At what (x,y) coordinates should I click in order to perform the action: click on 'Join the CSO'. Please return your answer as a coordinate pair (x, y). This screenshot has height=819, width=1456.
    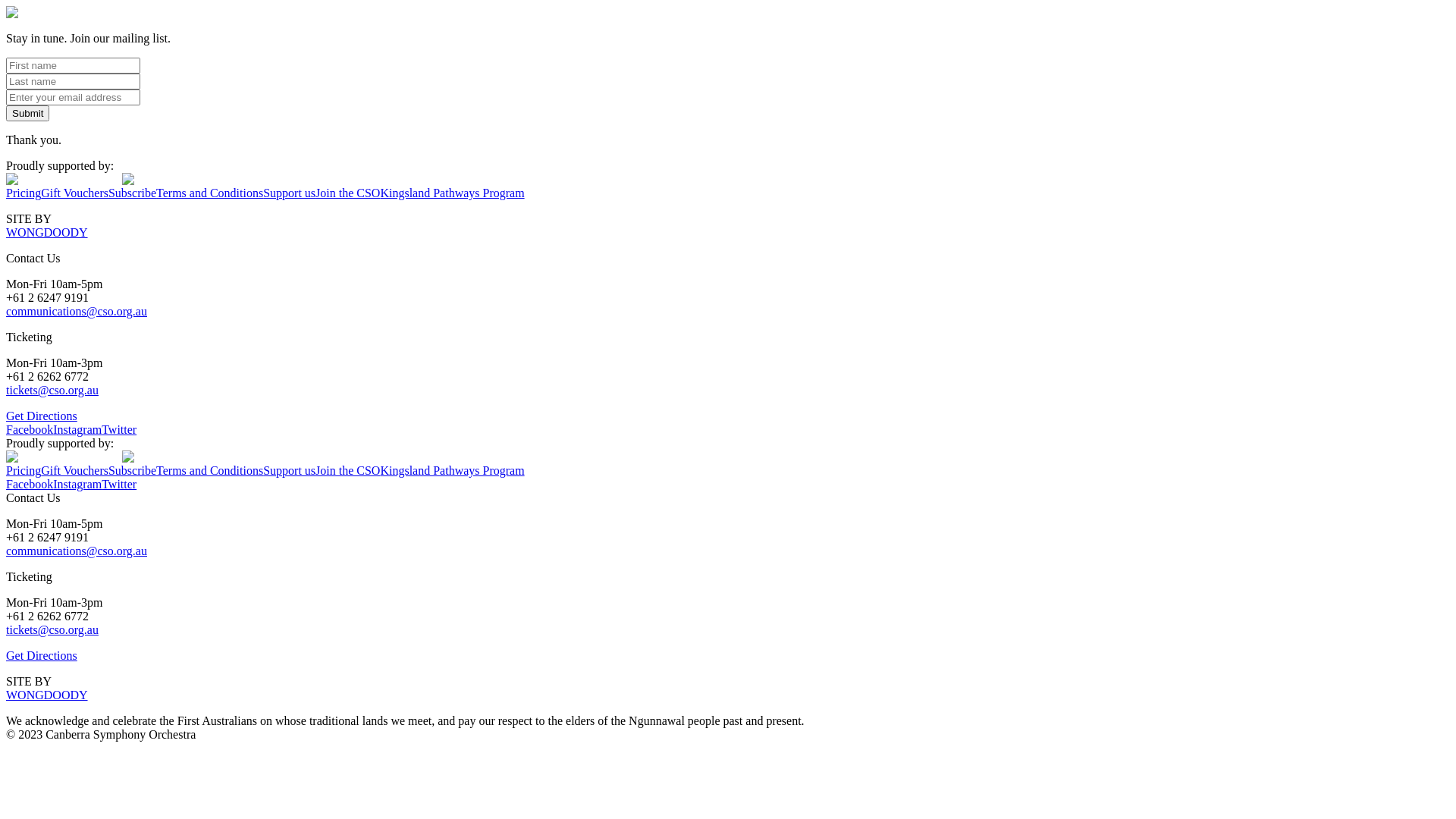
    Looking at the image, I should click on (315, 192).